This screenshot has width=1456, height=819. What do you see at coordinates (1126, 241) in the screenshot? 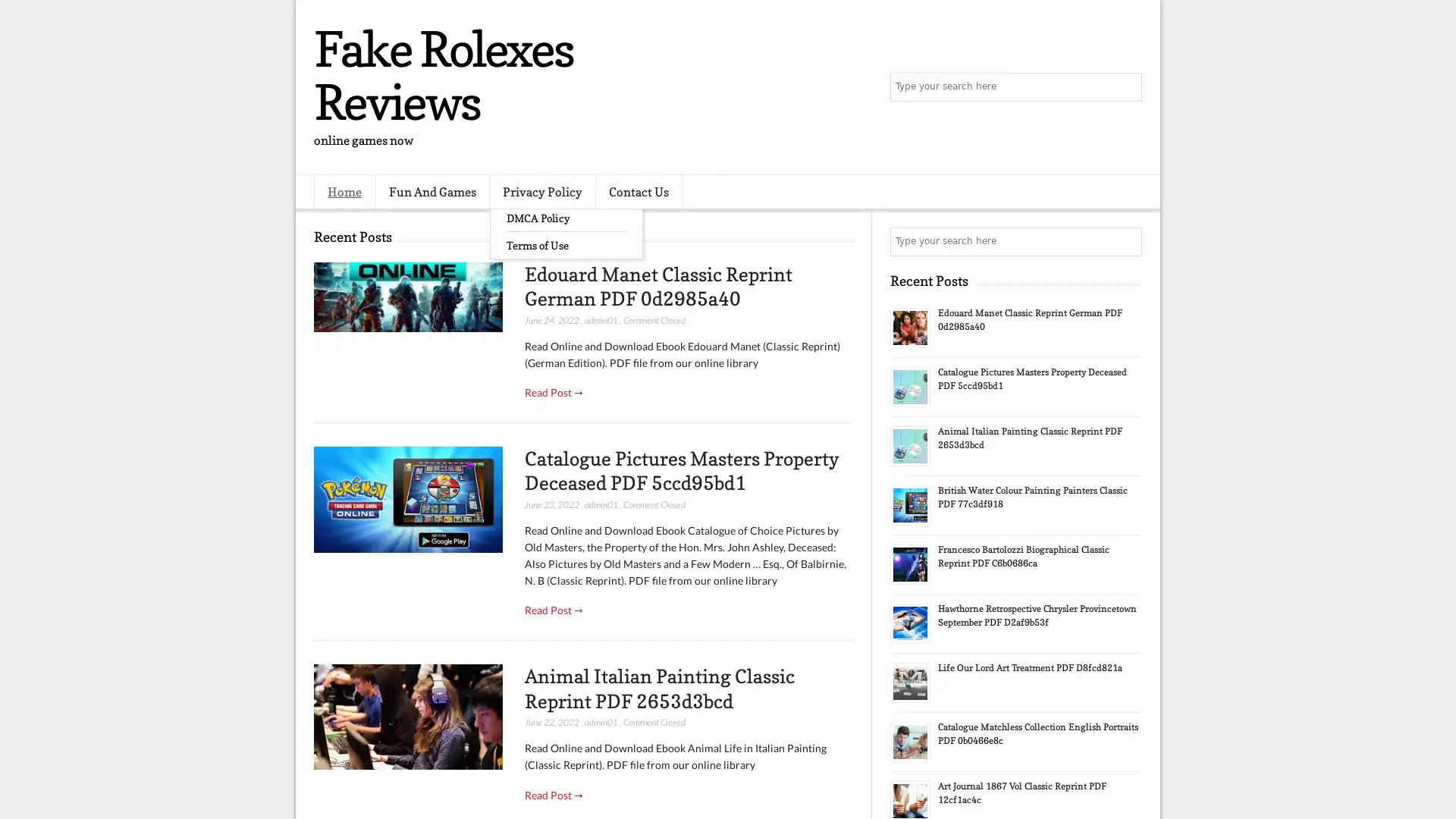
I see `Search` at bounding box center [1126, 241].